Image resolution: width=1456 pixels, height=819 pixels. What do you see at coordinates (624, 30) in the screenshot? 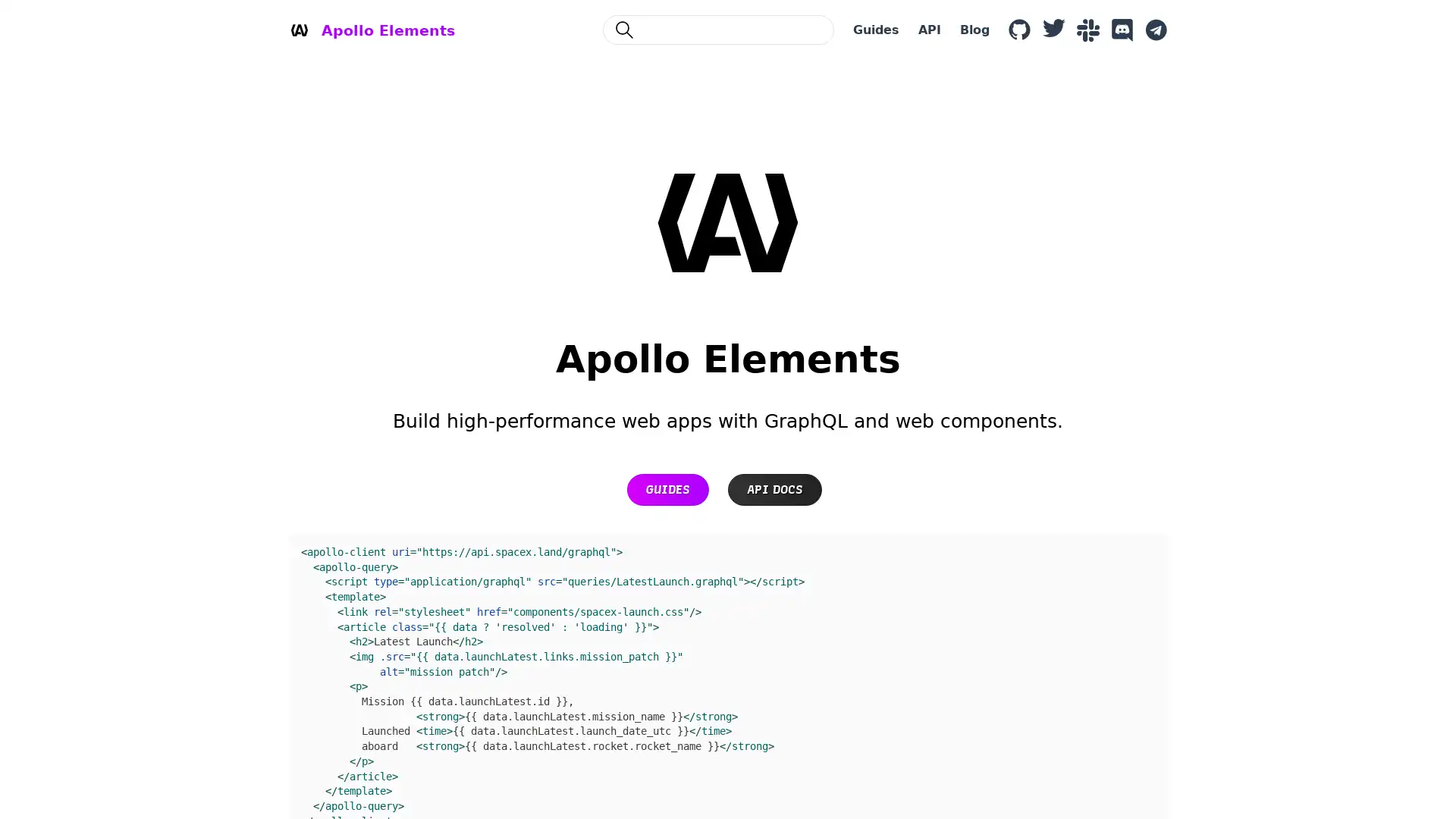
I see `Search` at bounding box center [624, 30].